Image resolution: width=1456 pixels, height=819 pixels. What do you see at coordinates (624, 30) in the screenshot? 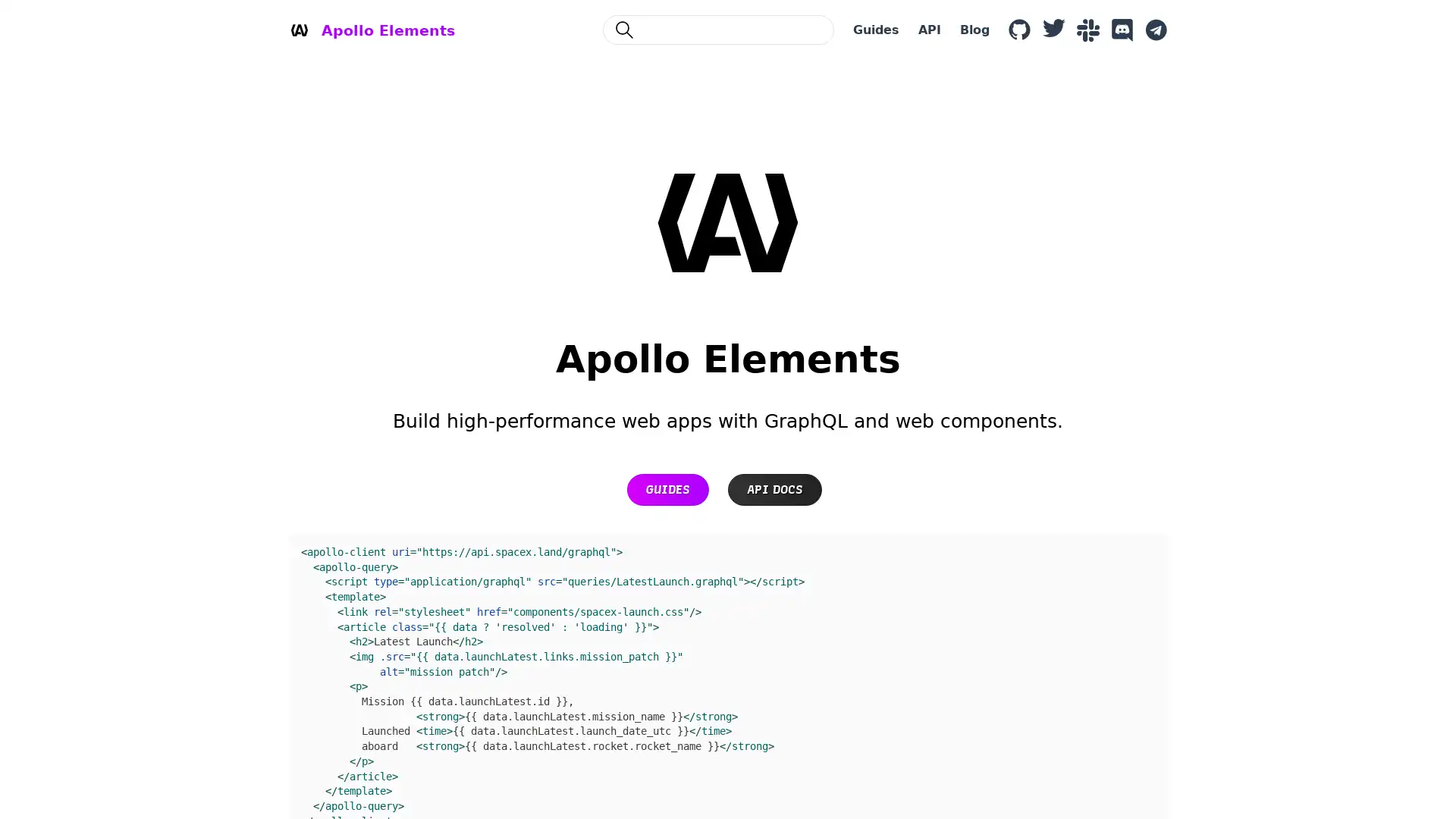
I see `Search` at bounding box center [624, 30].